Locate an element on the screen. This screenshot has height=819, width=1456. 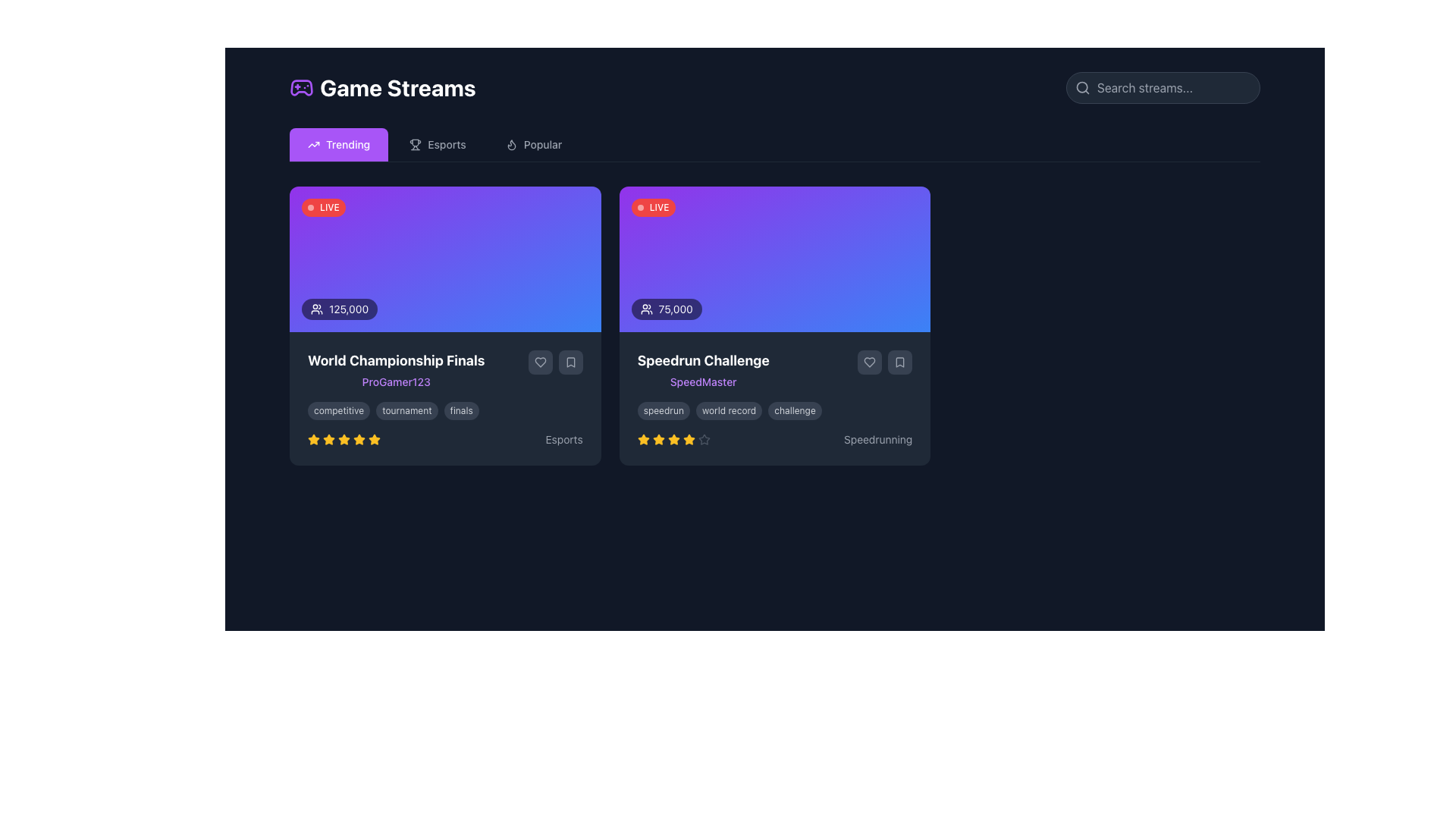
the fifth yellow star icon in the rating row of the 'World Championship Finals' card is located at coordinates (359, 439).